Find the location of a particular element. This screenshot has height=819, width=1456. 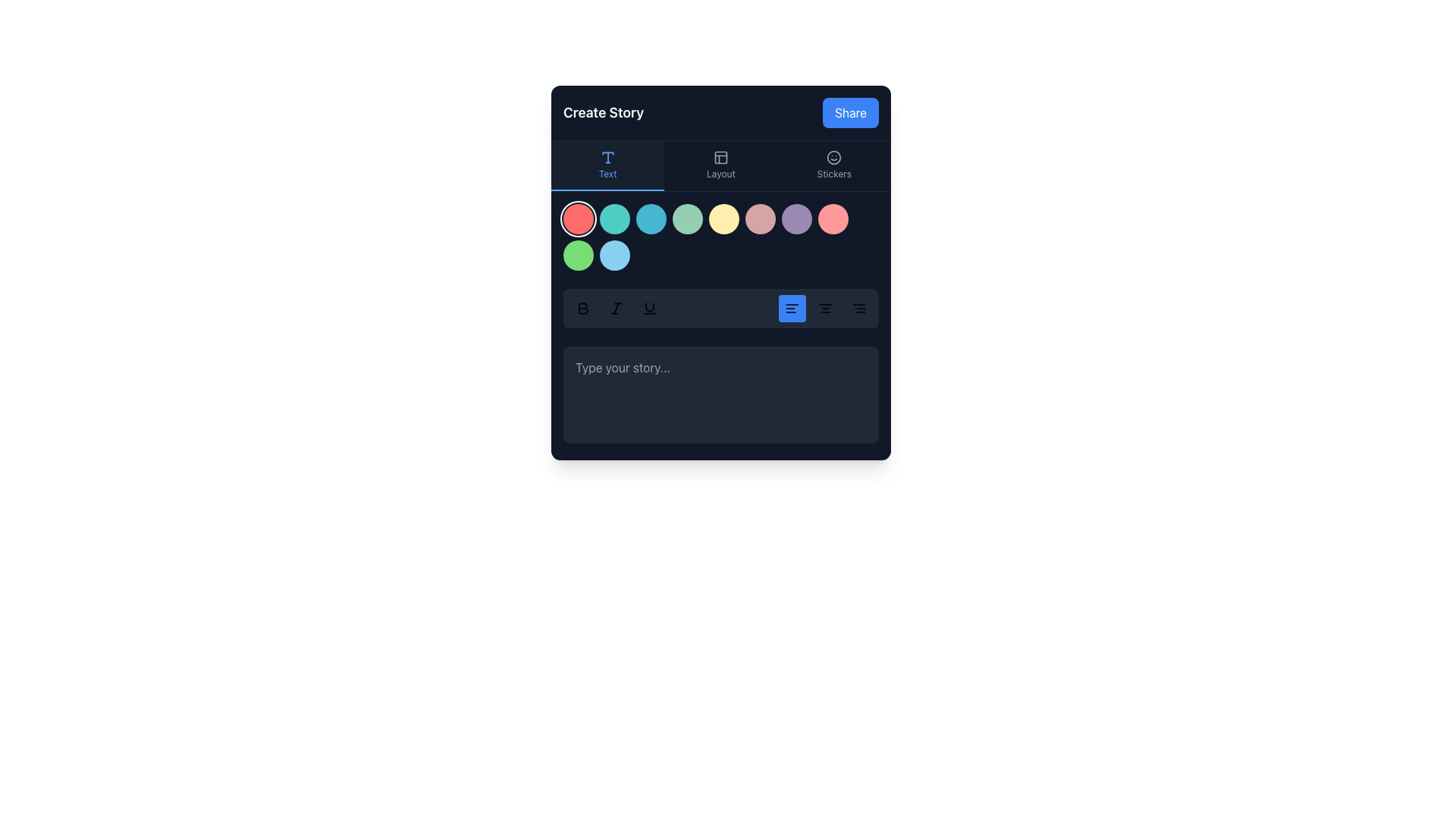

the small text label displaying 'Text', which is light blue and located below the 'T' icon in a group of buttons at the top of the interface is located at coordinates (607, 174).